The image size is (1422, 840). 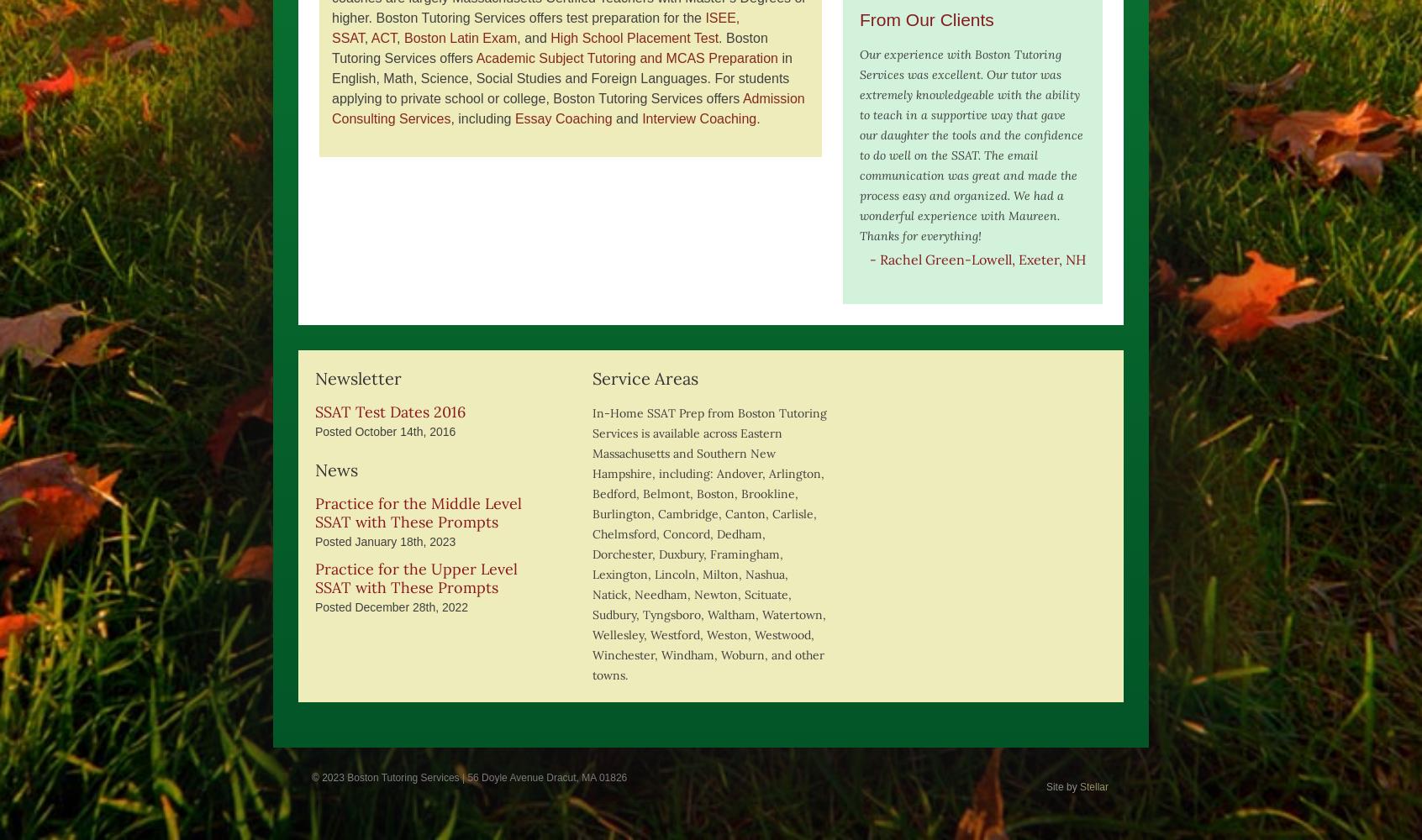 I want to click on 'ISEE, SSAT', so click(x=332, y=28).